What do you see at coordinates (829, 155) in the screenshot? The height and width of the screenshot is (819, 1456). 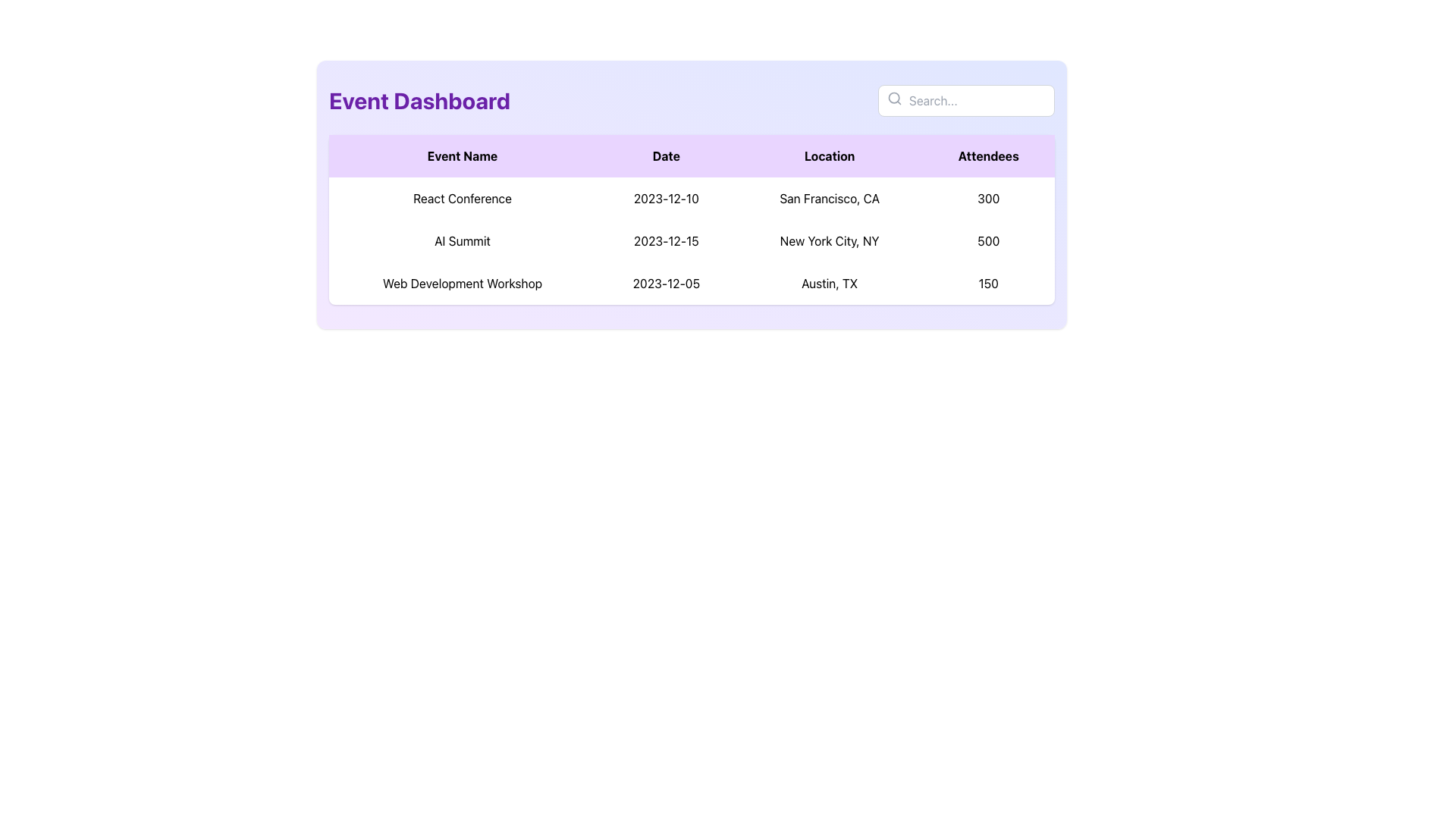 I see `the 'Location' column header in the table, which is the third text label situated between the 'Date' and 'Attendees' labels in the event dashboard area` at bounding box center [829, 155].